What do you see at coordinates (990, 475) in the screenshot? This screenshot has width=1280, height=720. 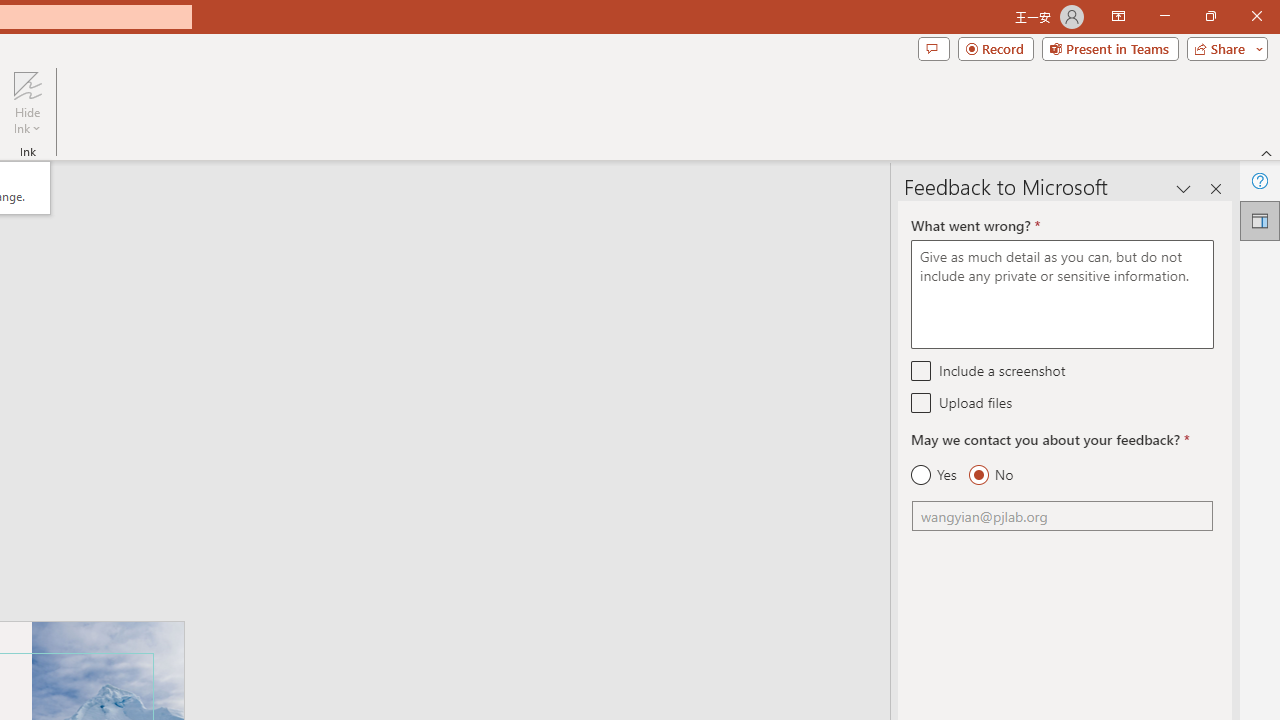 I see `'No'` at bounding box center [990, 475].